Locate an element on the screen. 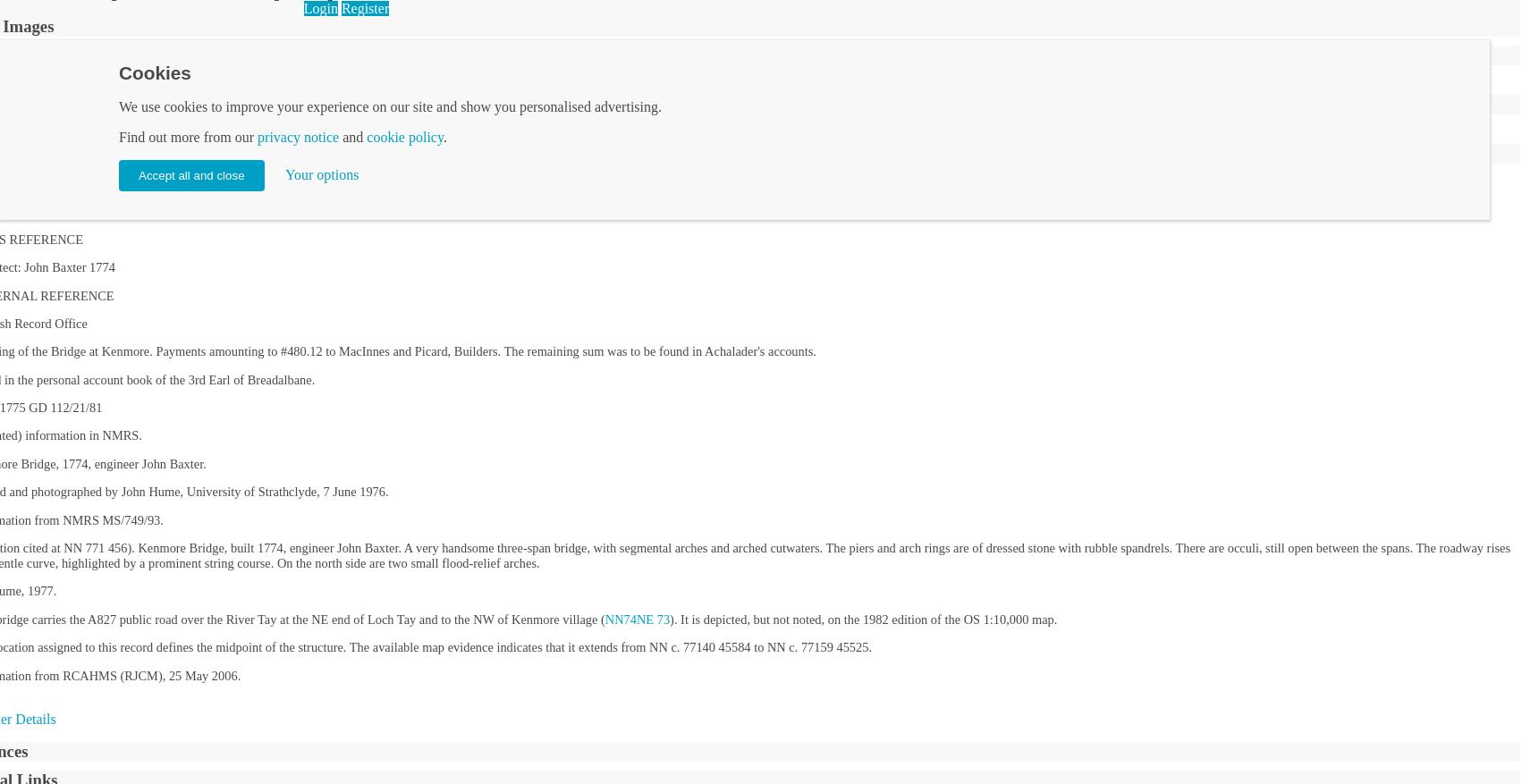 This screenshot has height=784, width=1539. 'Login' is located at coordinates (303, 6).